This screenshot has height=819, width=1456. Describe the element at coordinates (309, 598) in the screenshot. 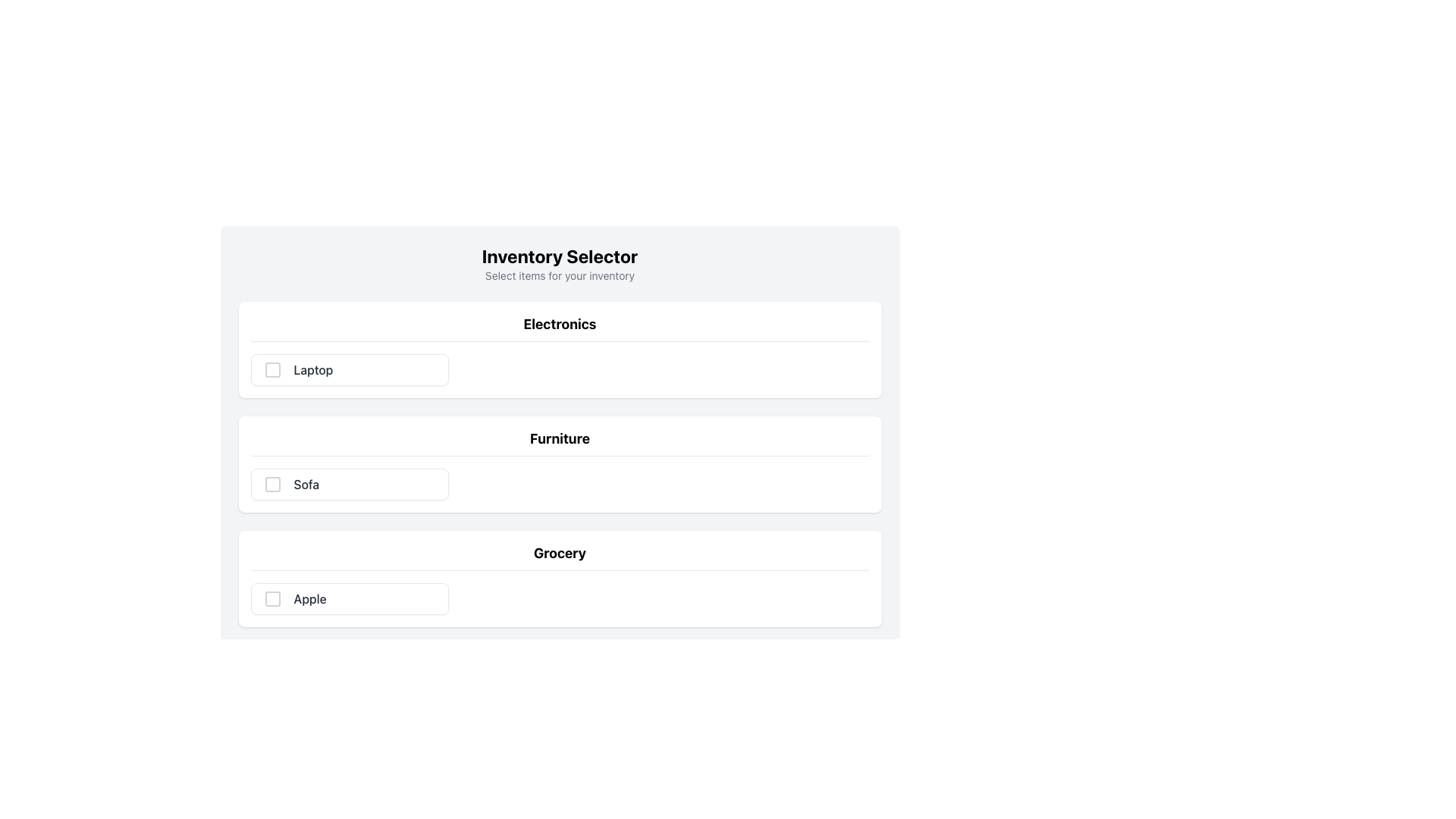

I see `label displaying 'Apple' located in the Grocery section, positioned to the right of a checkbox icon` at that location.